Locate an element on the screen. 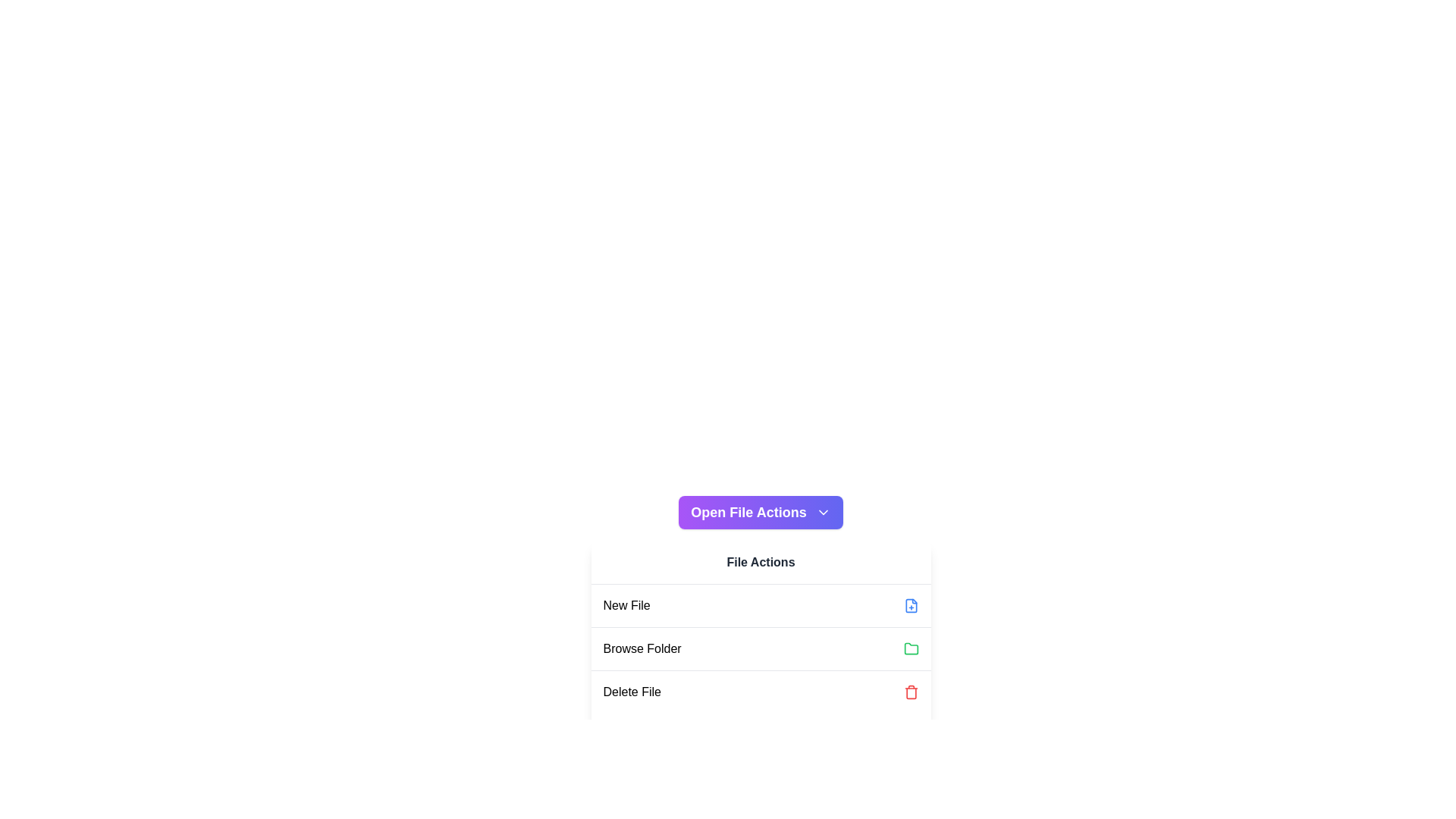  the 'File Actions' heading located at the top of the modal panel, which is styled with bold dark-gray text on a white background is located at coordinates (761, 563).